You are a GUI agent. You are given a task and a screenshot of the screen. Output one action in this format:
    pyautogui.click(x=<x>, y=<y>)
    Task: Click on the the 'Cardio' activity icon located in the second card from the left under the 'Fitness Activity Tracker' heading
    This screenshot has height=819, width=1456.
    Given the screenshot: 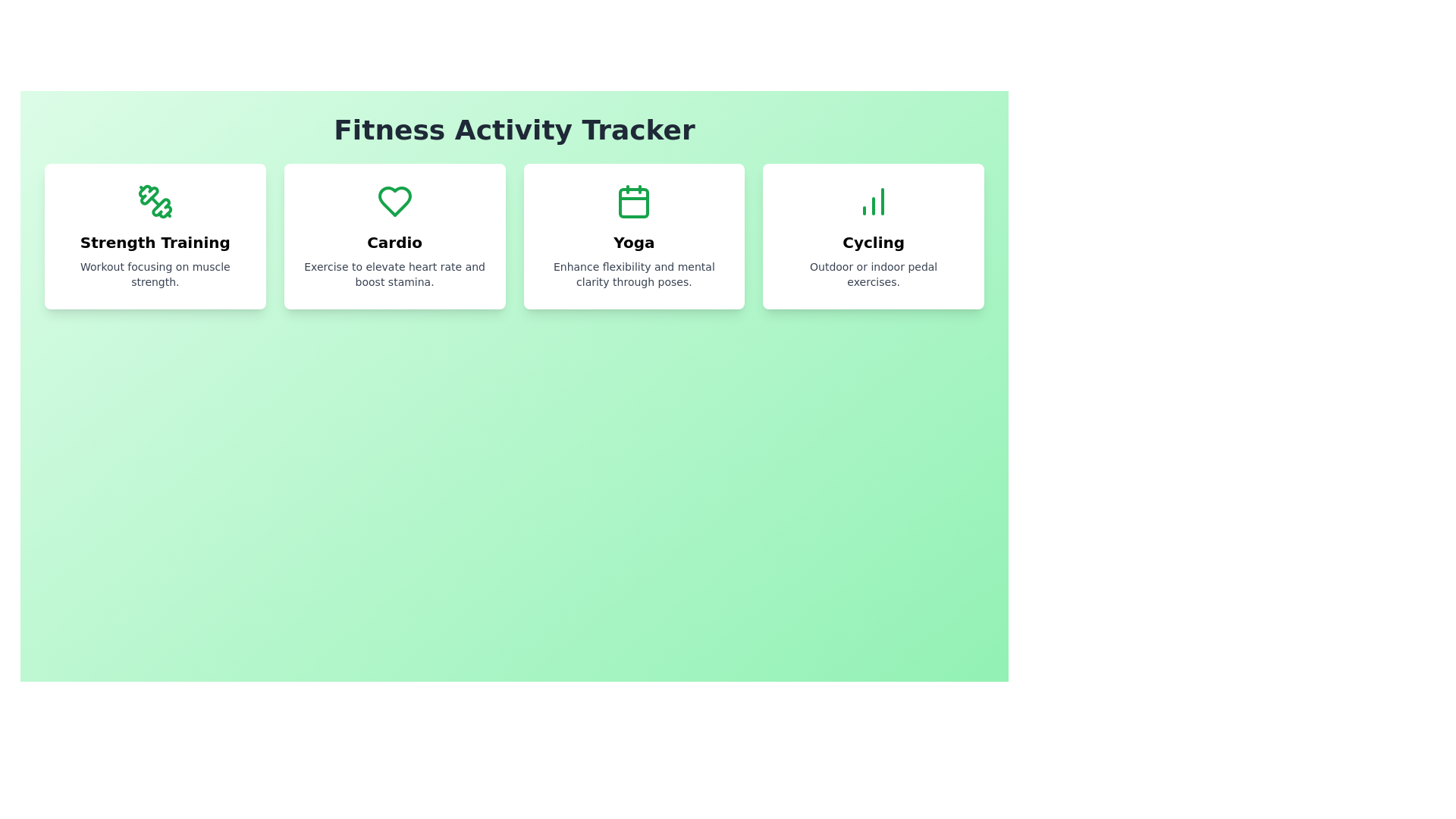 What is the action you would take?
    pyautogui.click(x=394, y=201)
    